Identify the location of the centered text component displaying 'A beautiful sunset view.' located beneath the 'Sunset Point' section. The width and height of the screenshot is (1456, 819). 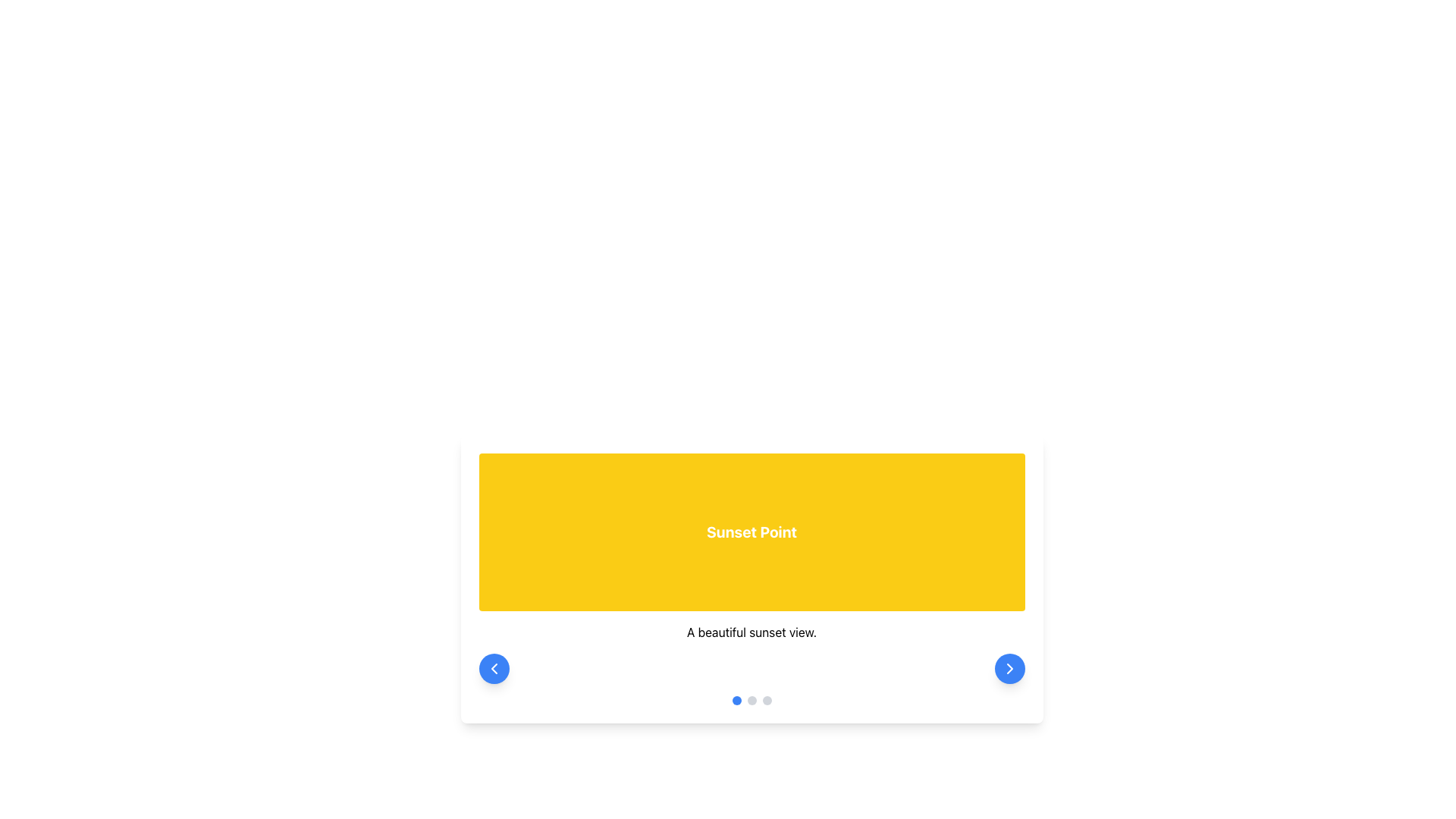
(752, 632).